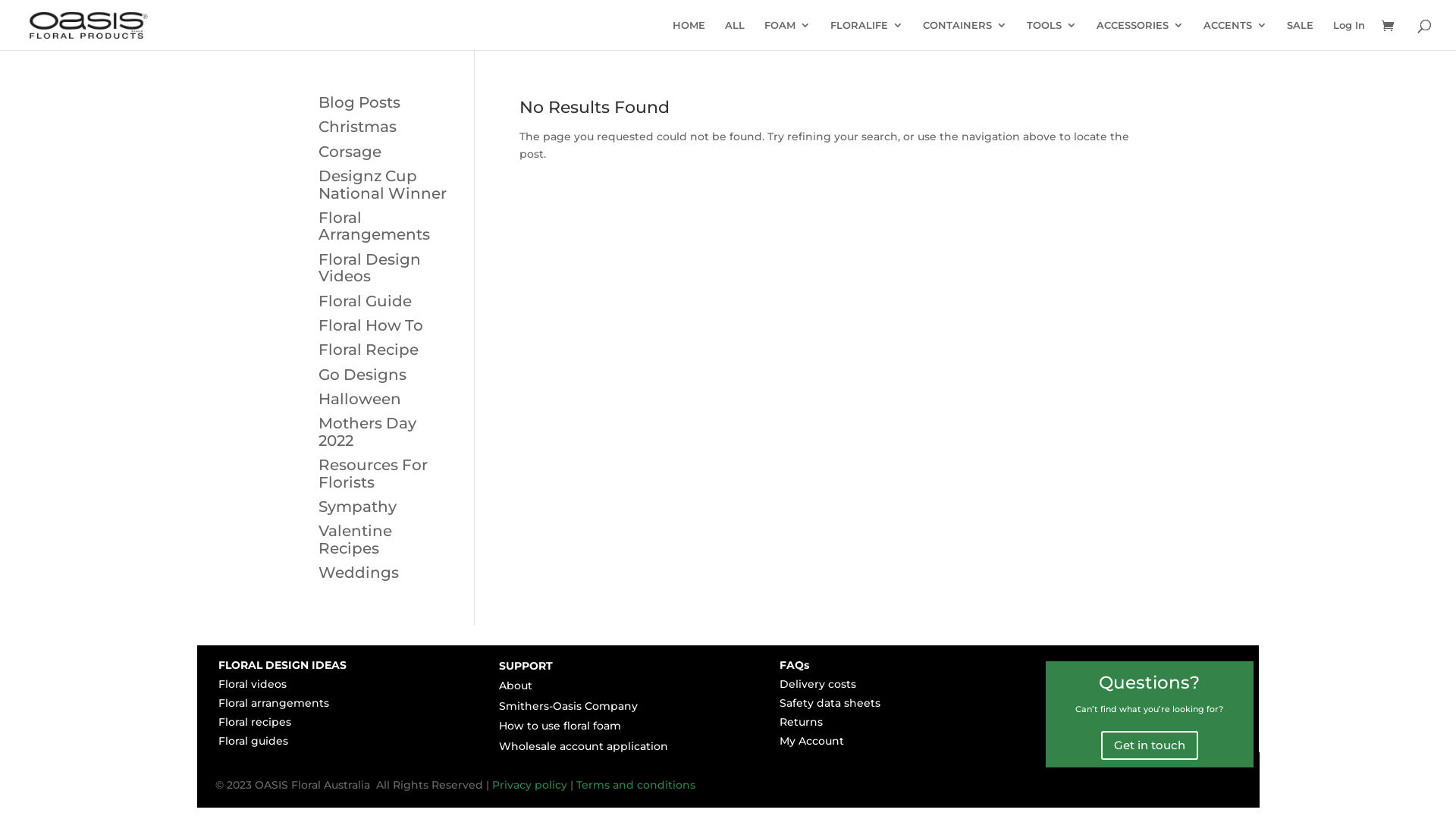 This screenshot has height=819, width=1456. Describe the element at coordinates (365, 301) in the screenshot. I see `'Floral Guide'` at that location.